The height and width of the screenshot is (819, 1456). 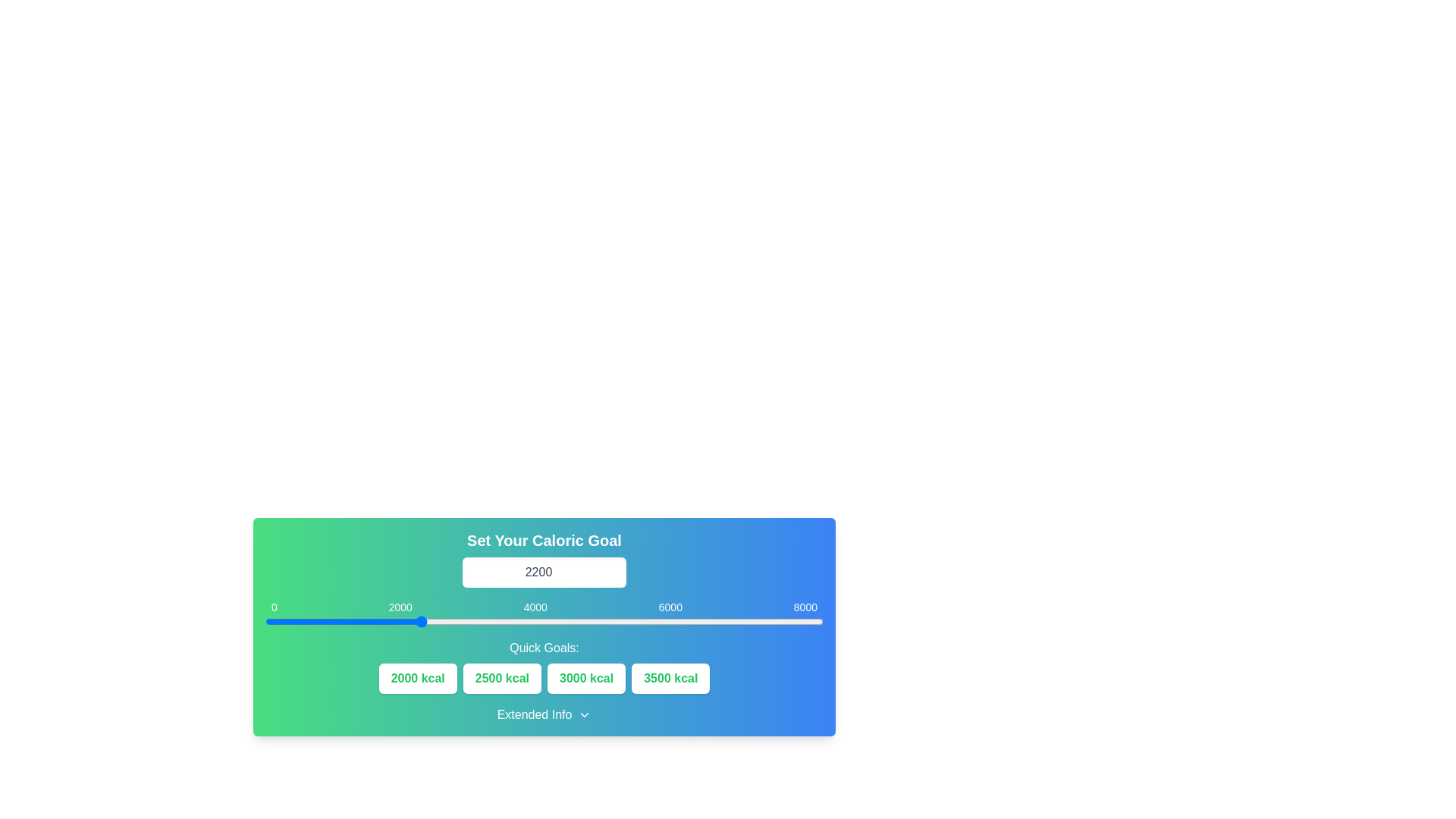 I want to click on the caloric goal, so click(x=456, y=622).